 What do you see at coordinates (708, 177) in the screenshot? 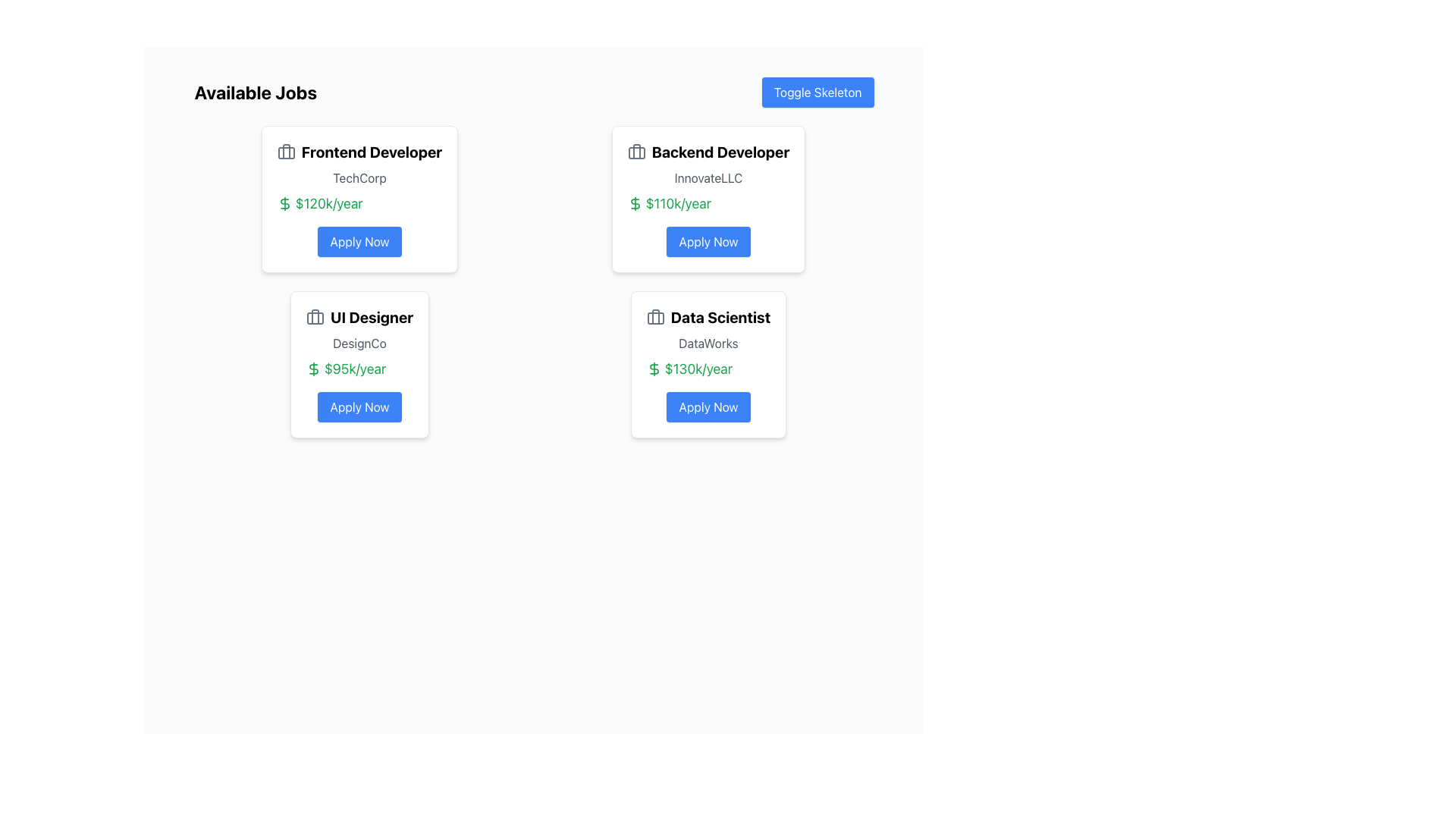
I see `the text label displaying 'InnovateLLC' which is styled with 'text-gray-600' and 'mb-2', located between the job title 'Backend Developer' and the salary information '$110k/year'` at bounding box center [708, 177].